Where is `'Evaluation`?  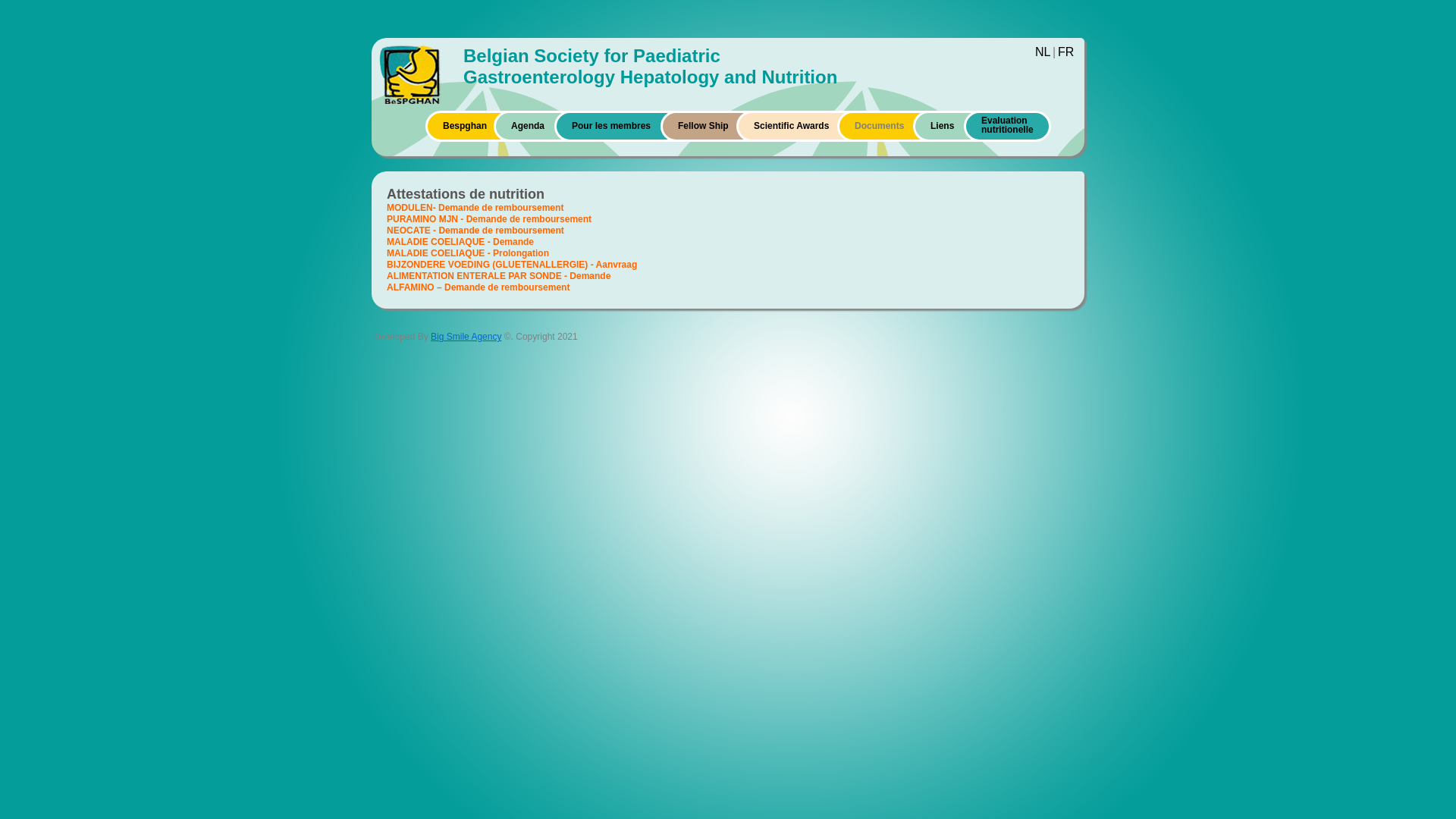
'Evaluation is located at coordinates (1007, 127).